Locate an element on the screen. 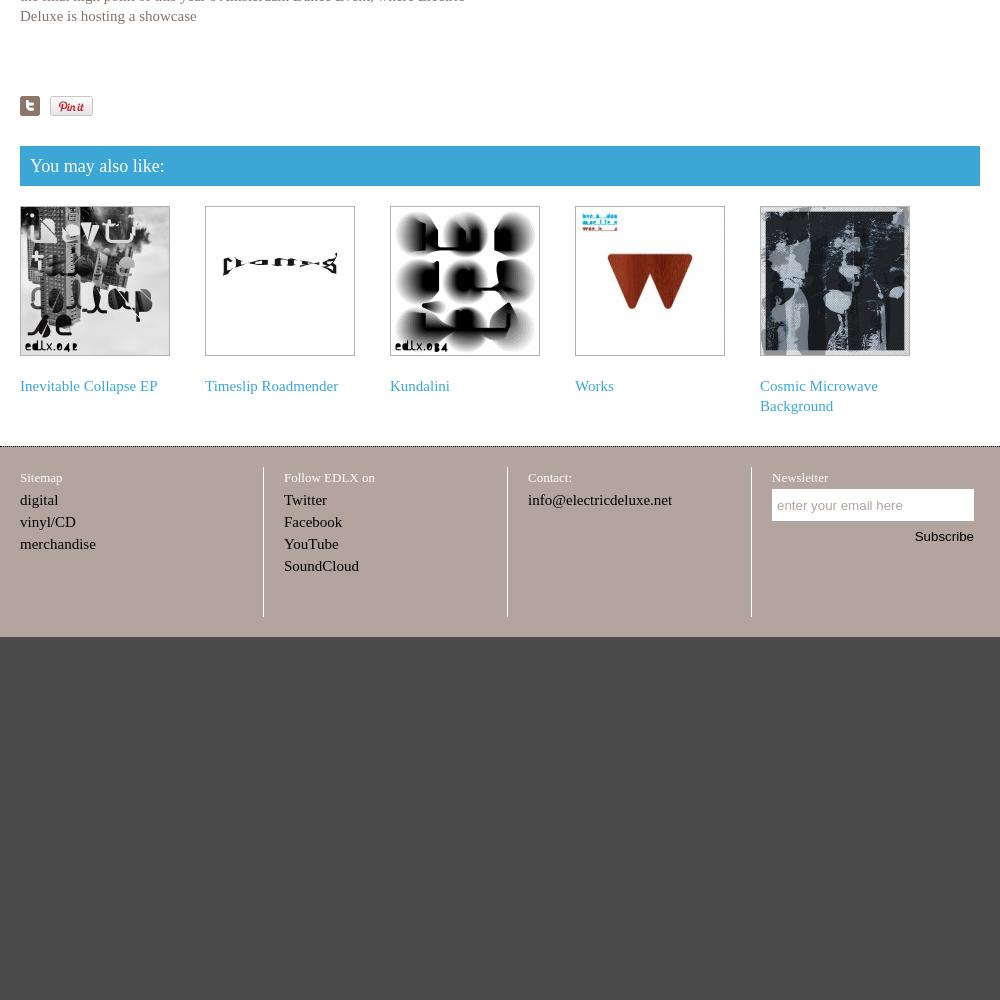 The image size is (1000, 1000). 'Kundalini' is located at coordinates (420, 386).